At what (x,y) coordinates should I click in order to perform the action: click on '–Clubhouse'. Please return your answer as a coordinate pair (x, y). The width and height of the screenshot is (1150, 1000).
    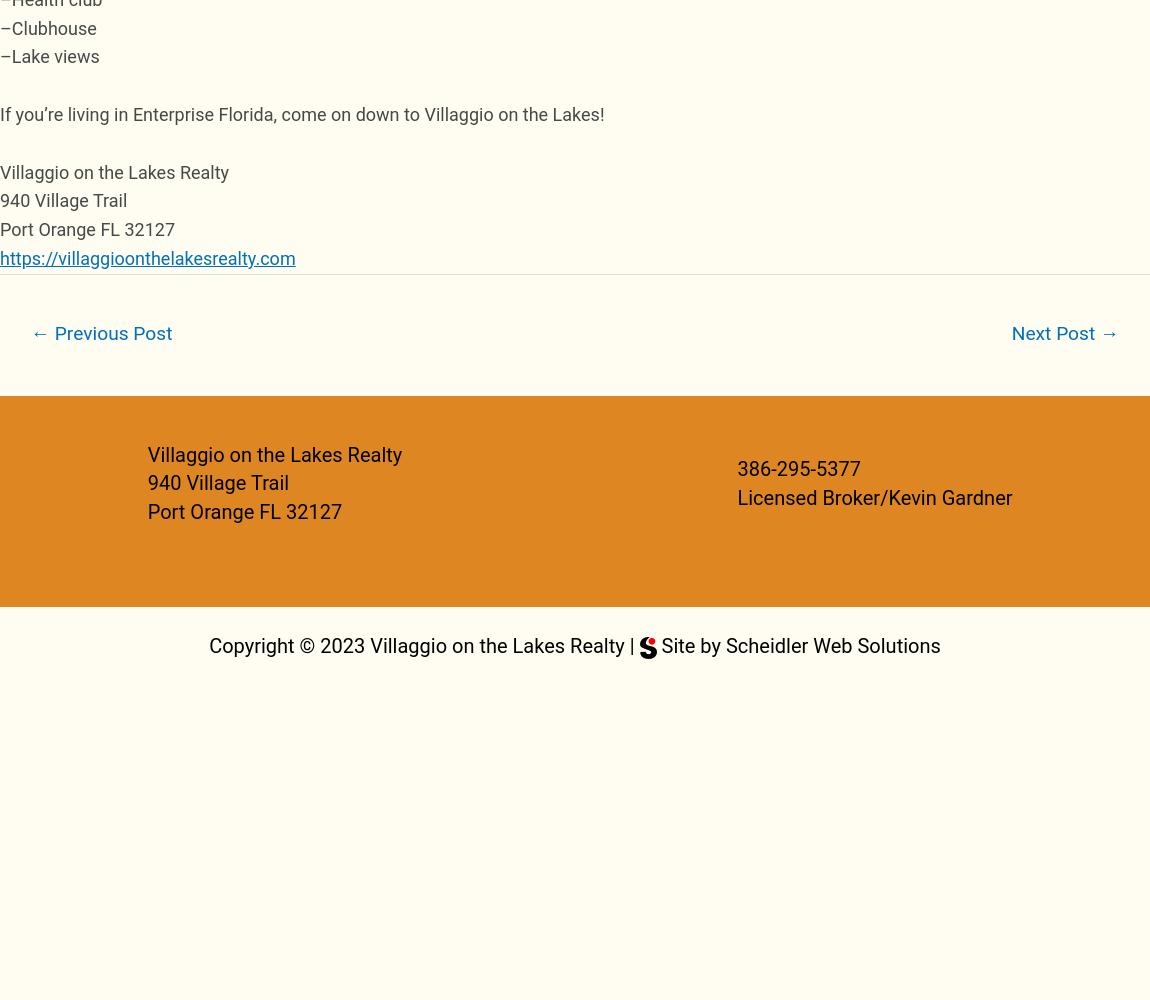
    Looking at the image, I should click on (0, 27).